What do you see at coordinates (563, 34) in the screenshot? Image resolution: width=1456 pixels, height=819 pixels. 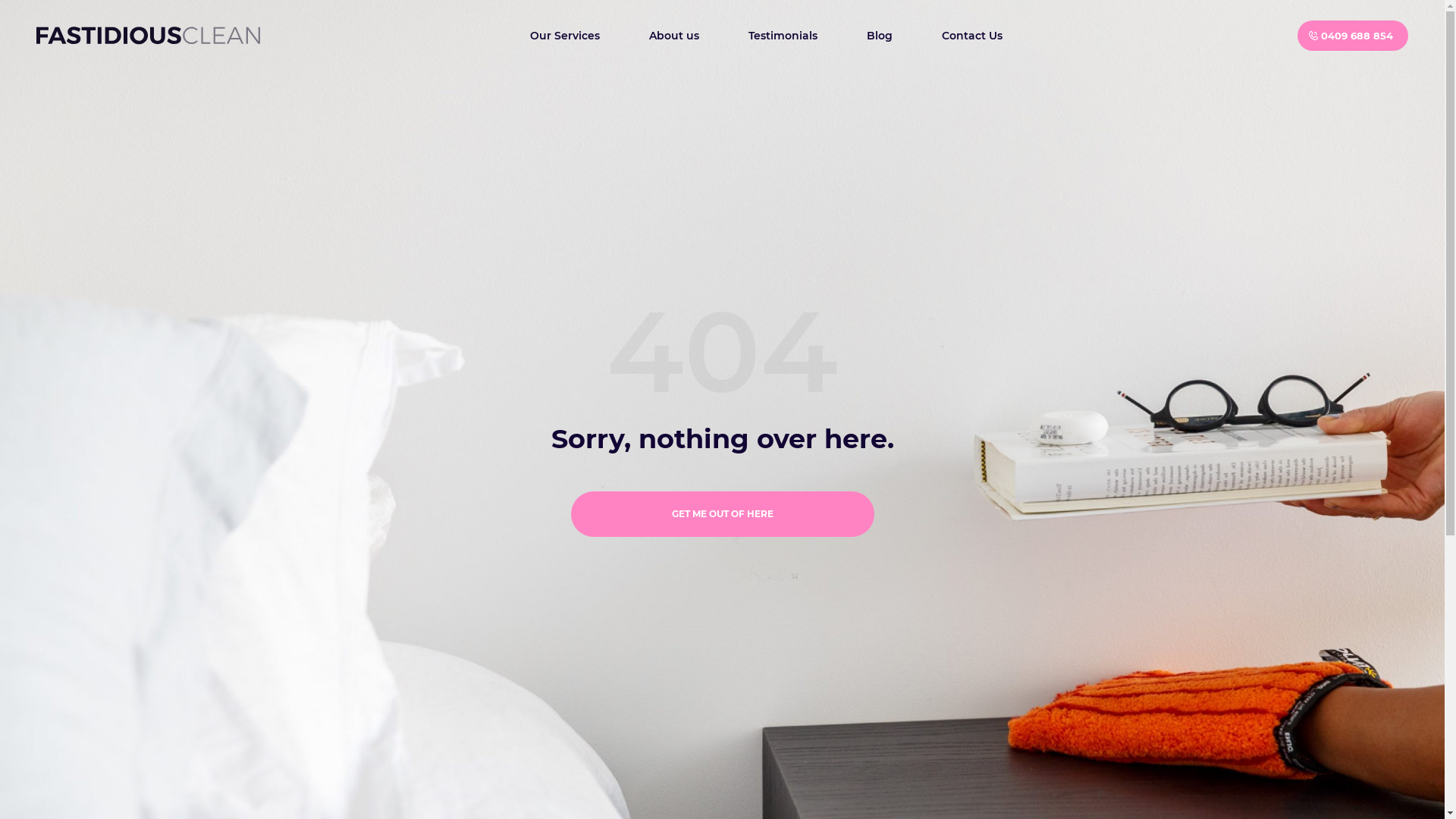 I see `'Our Services'` at bounding box center [563, 34].